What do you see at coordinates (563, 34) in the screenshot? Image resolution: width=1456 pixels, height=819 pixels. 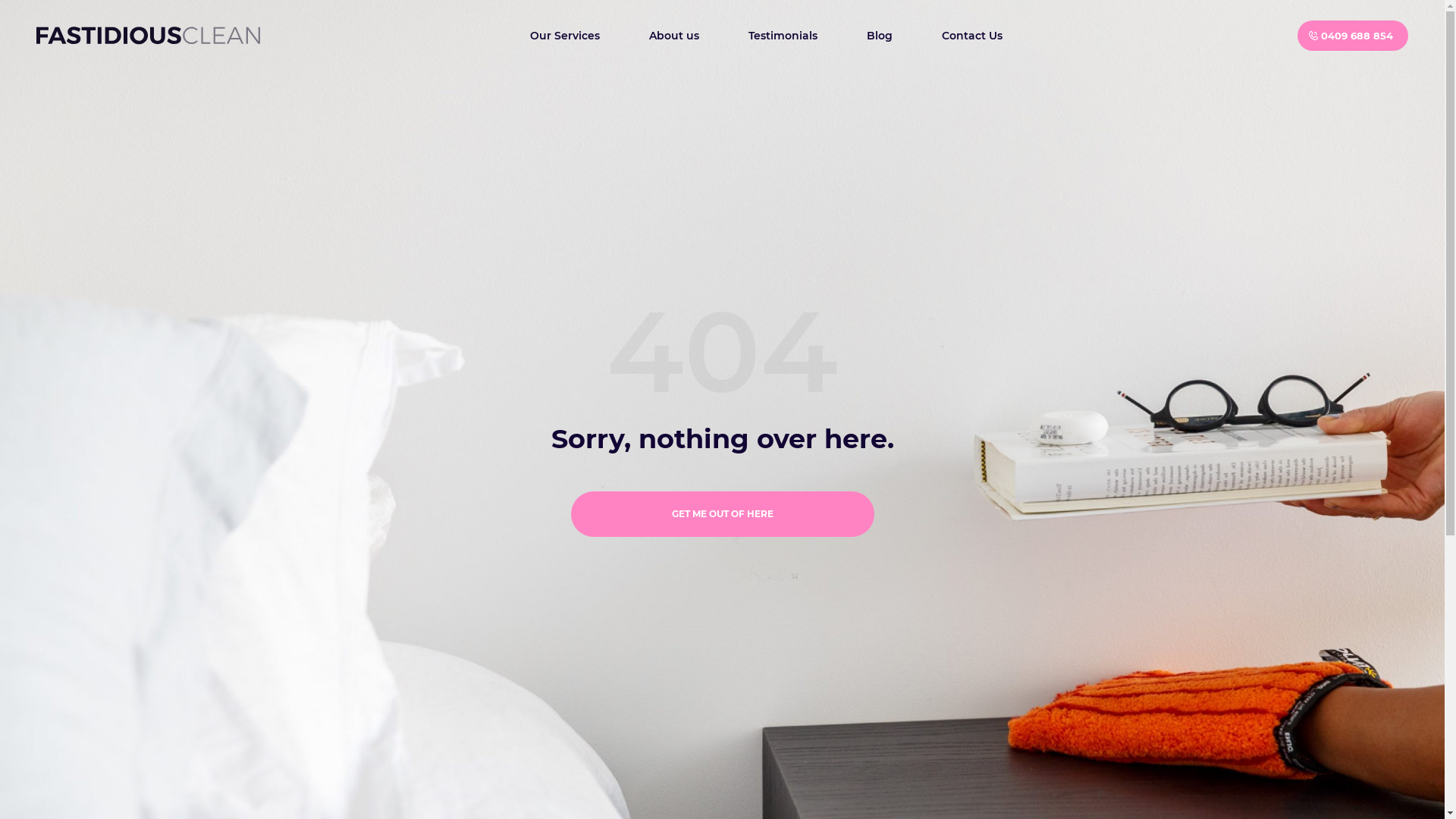 I see `'Our Services'` at bounding box center [563, 34].